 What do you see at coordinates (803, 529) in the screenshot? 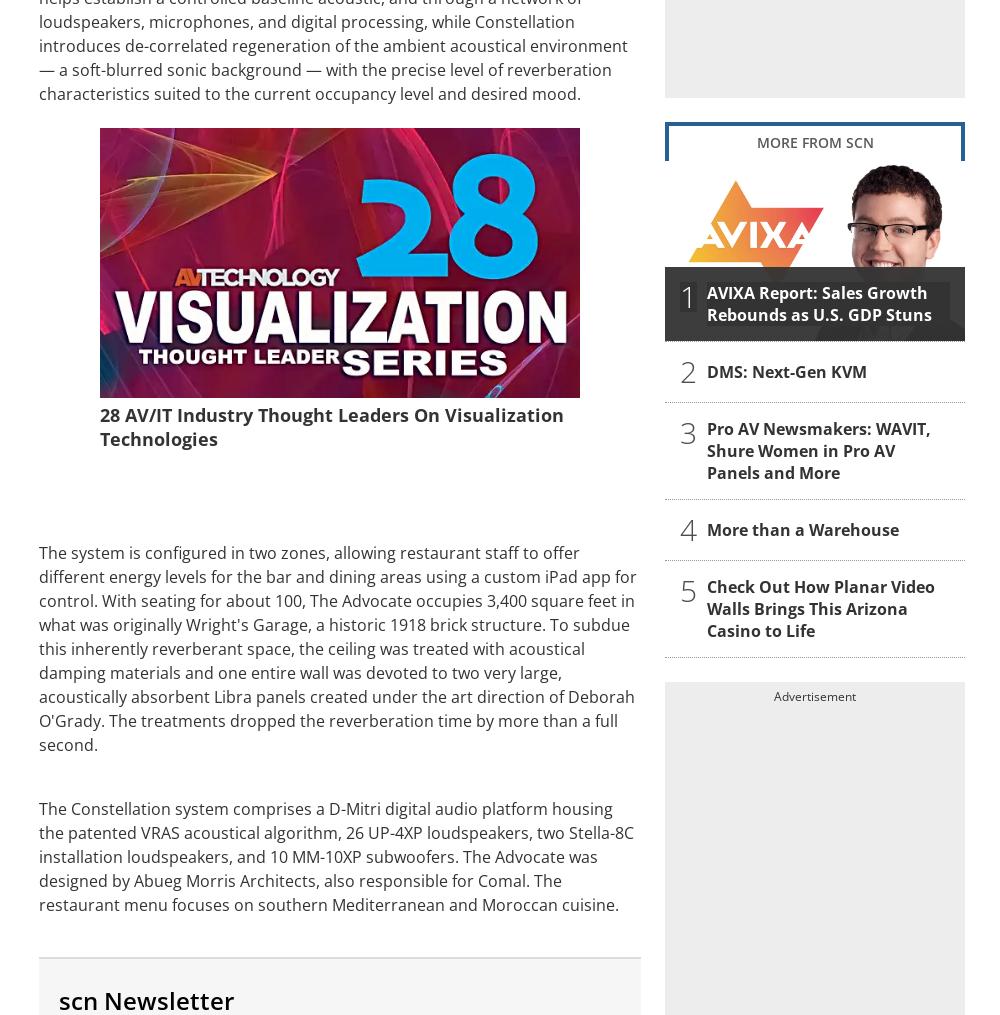
I see `'More than a Warehouse'` at bounding box center [803, 529].